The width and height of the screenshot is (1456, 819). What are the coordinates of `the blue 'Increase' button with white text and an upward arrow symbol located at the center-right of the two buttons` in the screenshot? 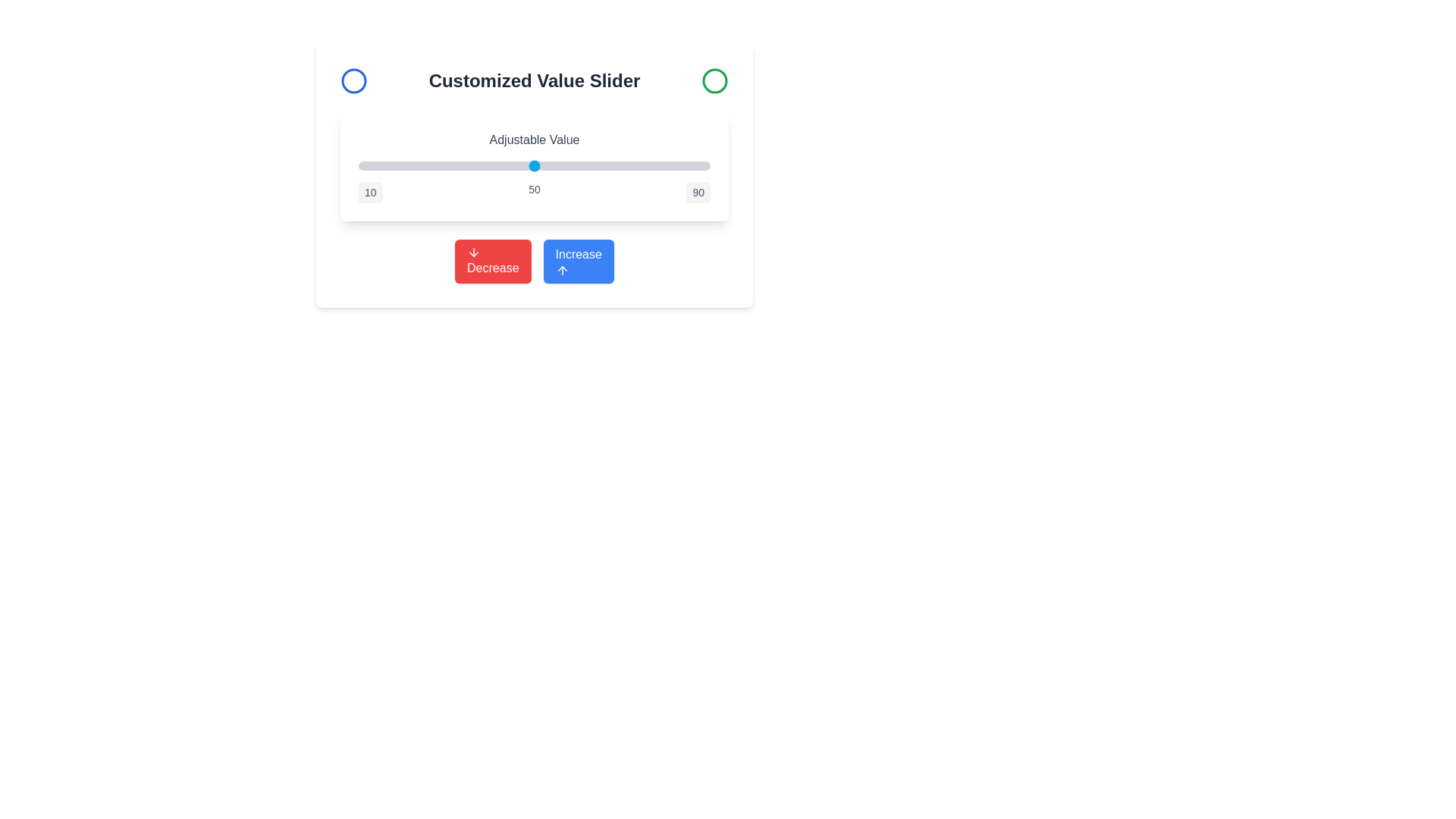 It's located at (578, 260).